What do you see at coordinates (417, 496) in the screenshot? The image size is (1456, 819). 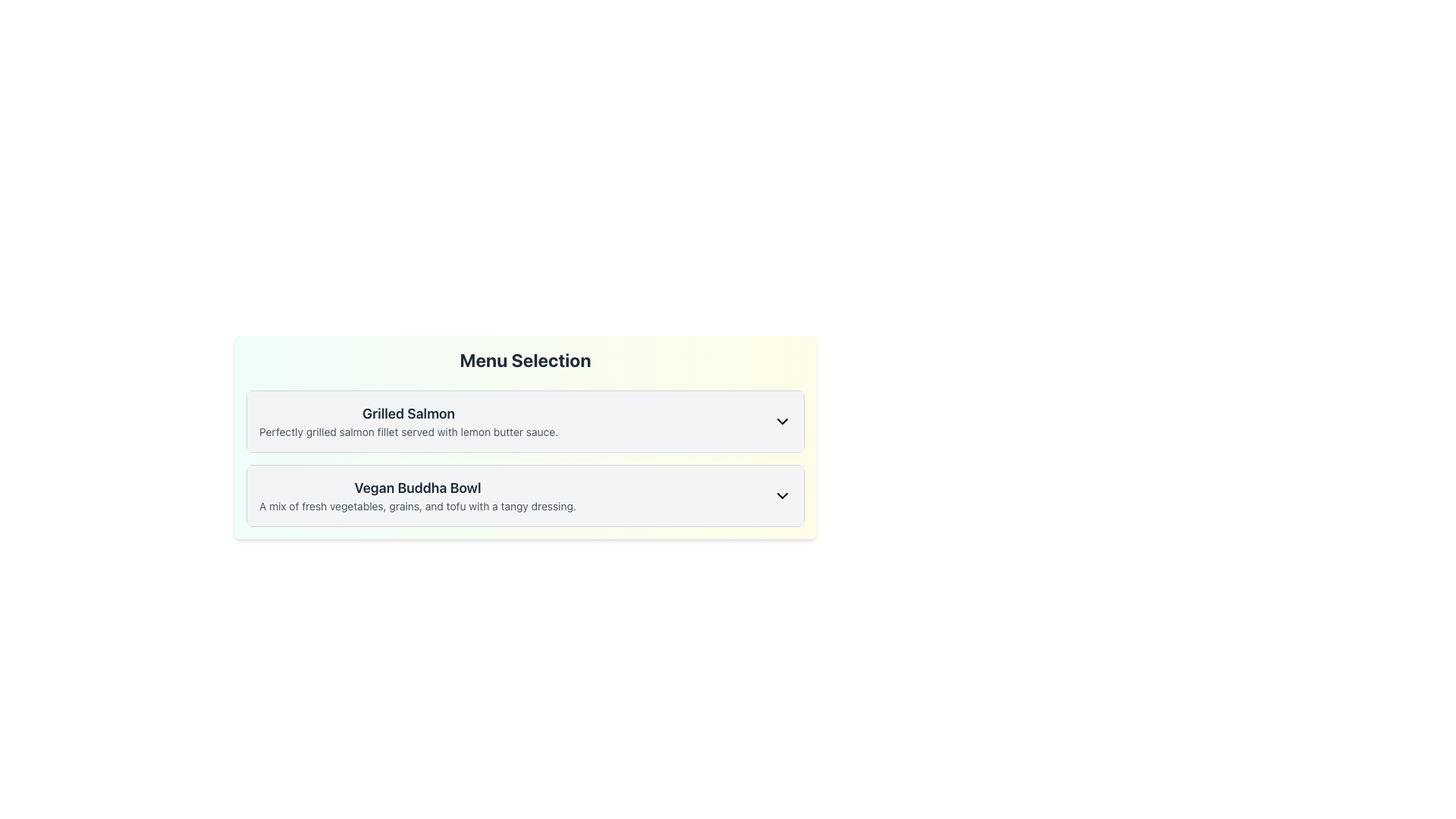 I see `the second item in the list labeled 'Vegan Buddha Bowl', which is a text display card located below 'Grilled Salmon' and above a blank area` at bounding box center [417, 496].